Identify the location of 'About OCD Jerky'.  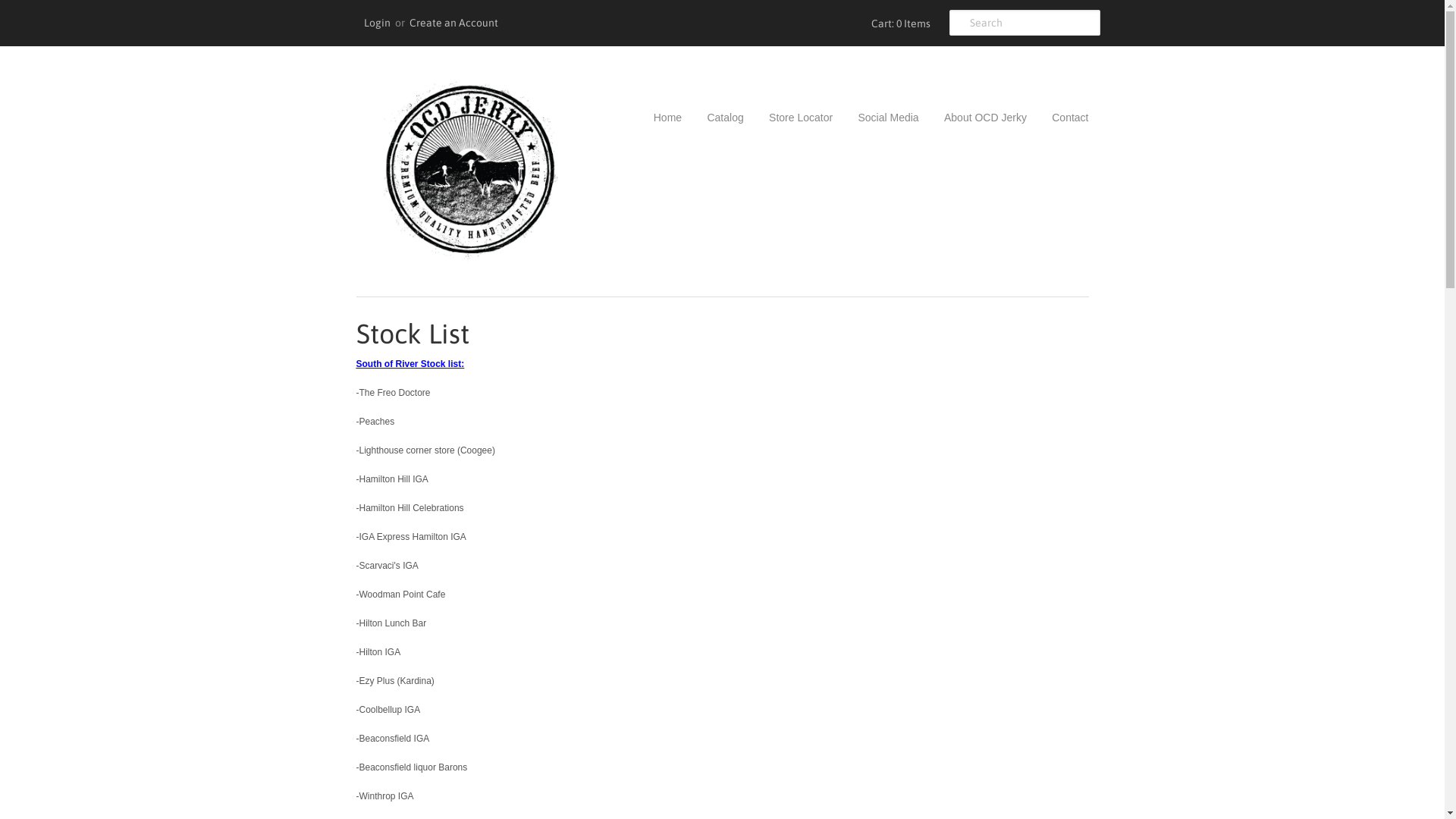
(974, 116).